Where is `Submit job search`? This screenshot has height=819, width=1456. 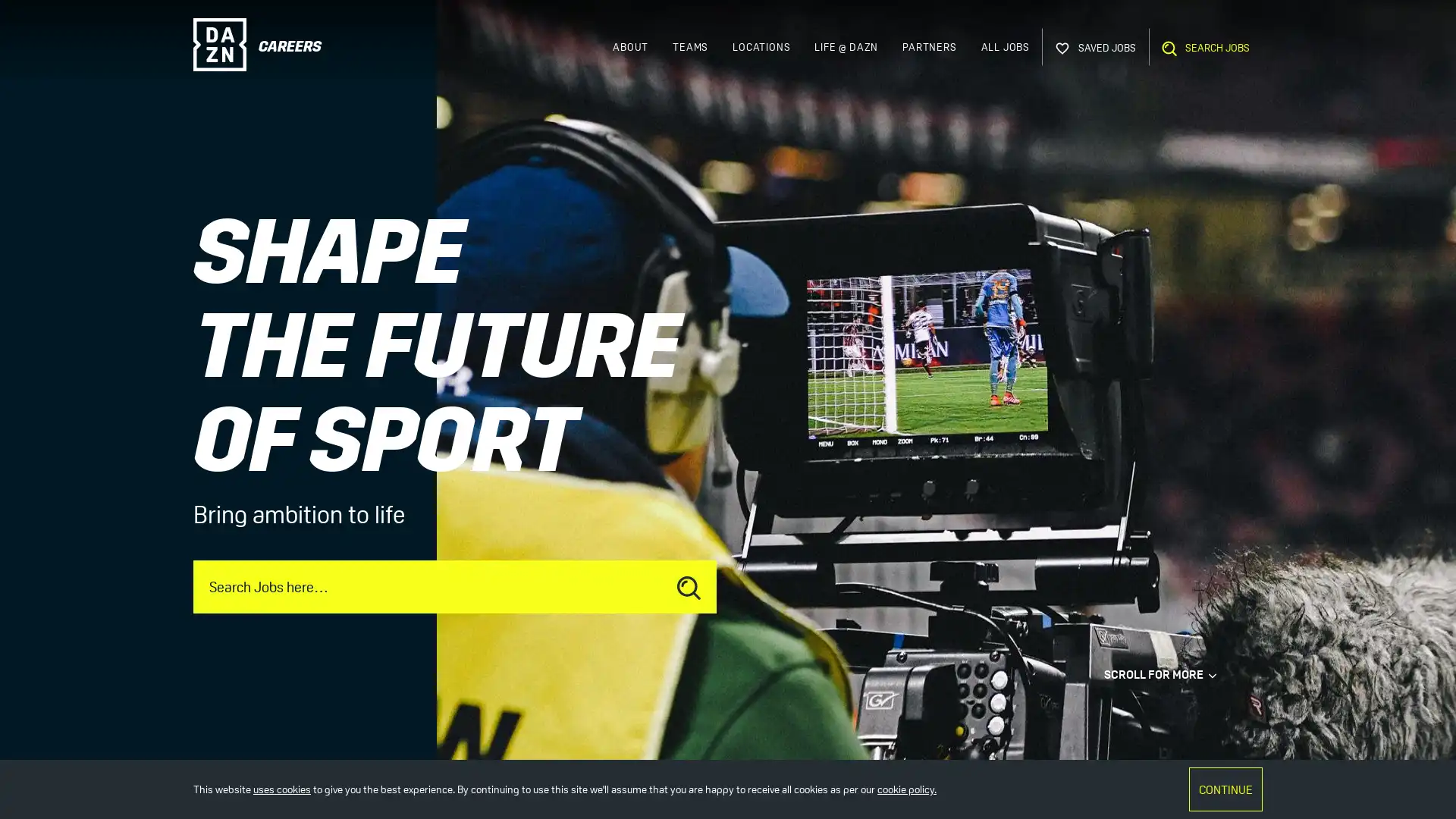 Submit job search is located at coordinates (687, 586).